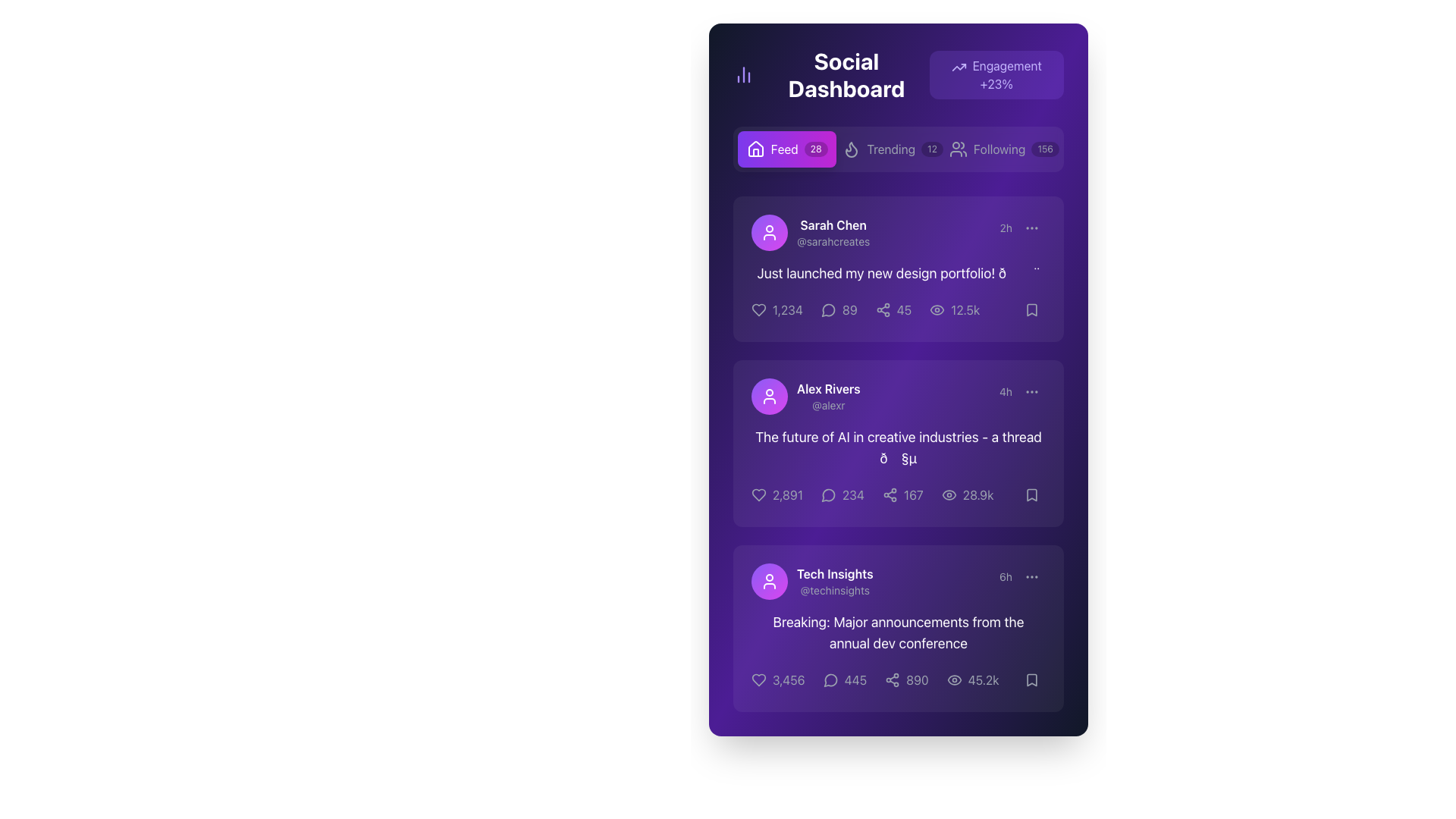 The height and width of the screenshot is (819, 1456). I want to click on the share icon button, which is a small triangular network glyph located in the action bar below the user post, specifically the third icon from the left, beside the text displaying '45', so click(883, 309).